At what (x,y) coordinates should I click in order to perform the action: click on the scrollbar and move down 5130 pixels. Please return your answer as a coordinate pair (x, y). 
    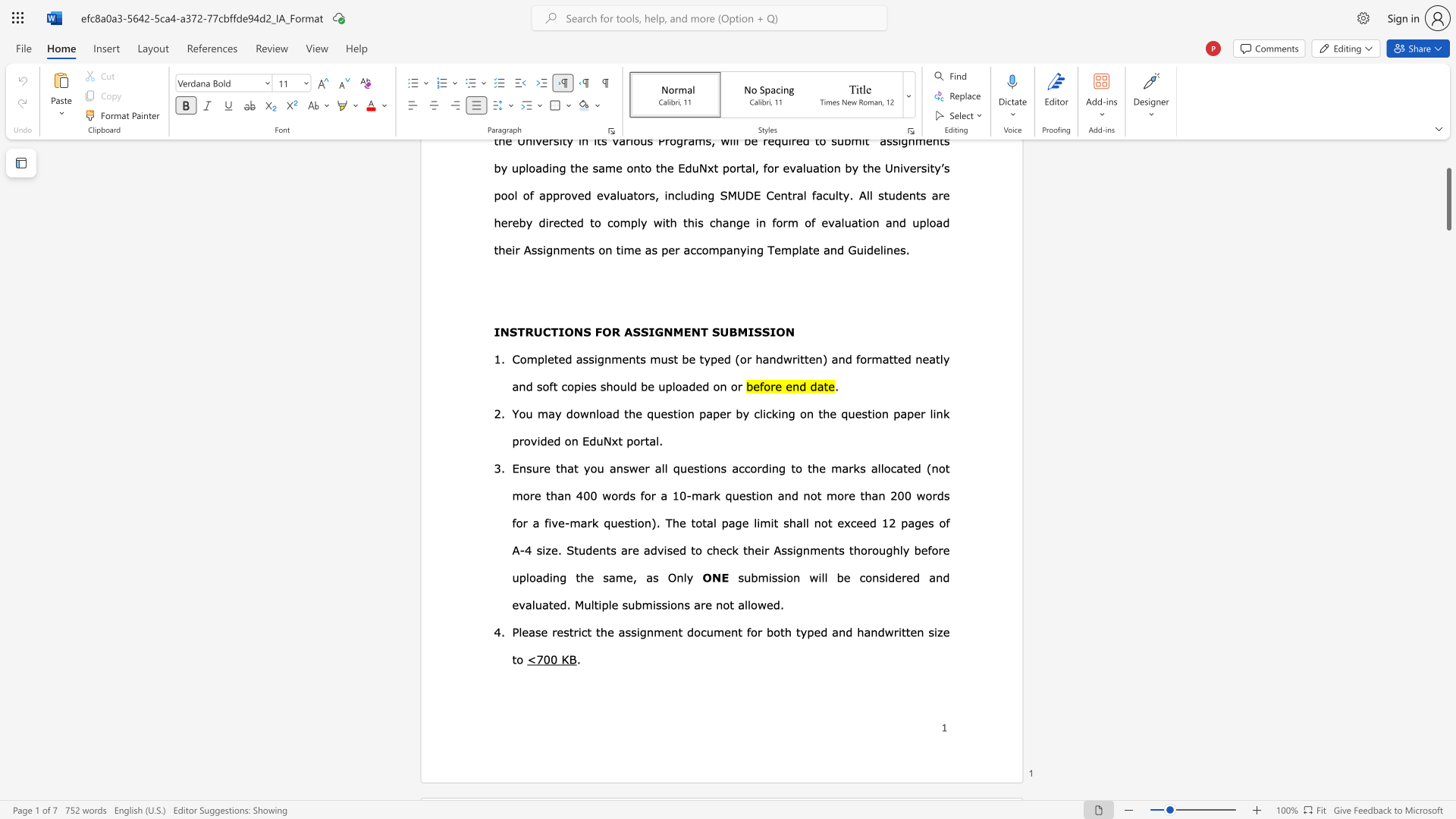
    Looking at the image, I should click on (1448, 198).